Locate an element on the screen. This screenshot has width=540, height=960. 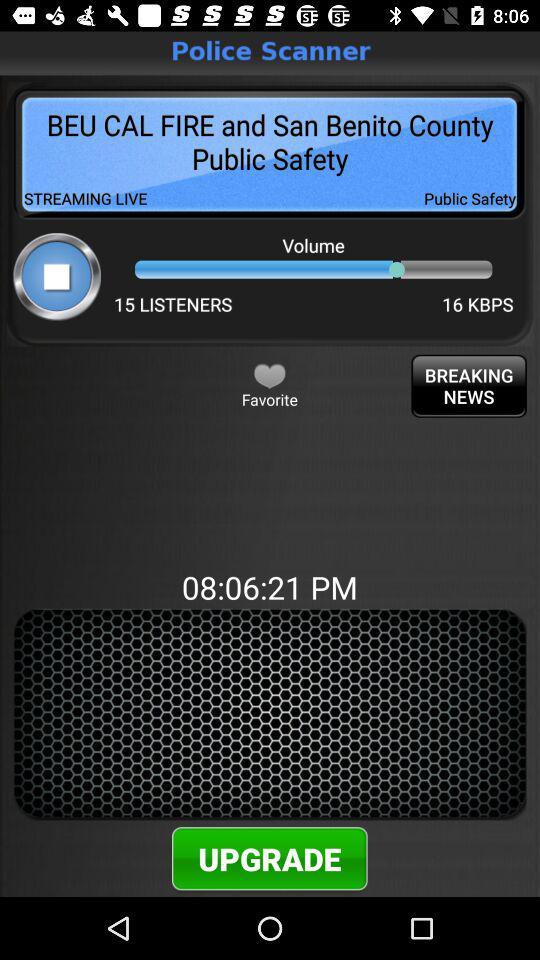
favorite is located at coordinates (269, 374).